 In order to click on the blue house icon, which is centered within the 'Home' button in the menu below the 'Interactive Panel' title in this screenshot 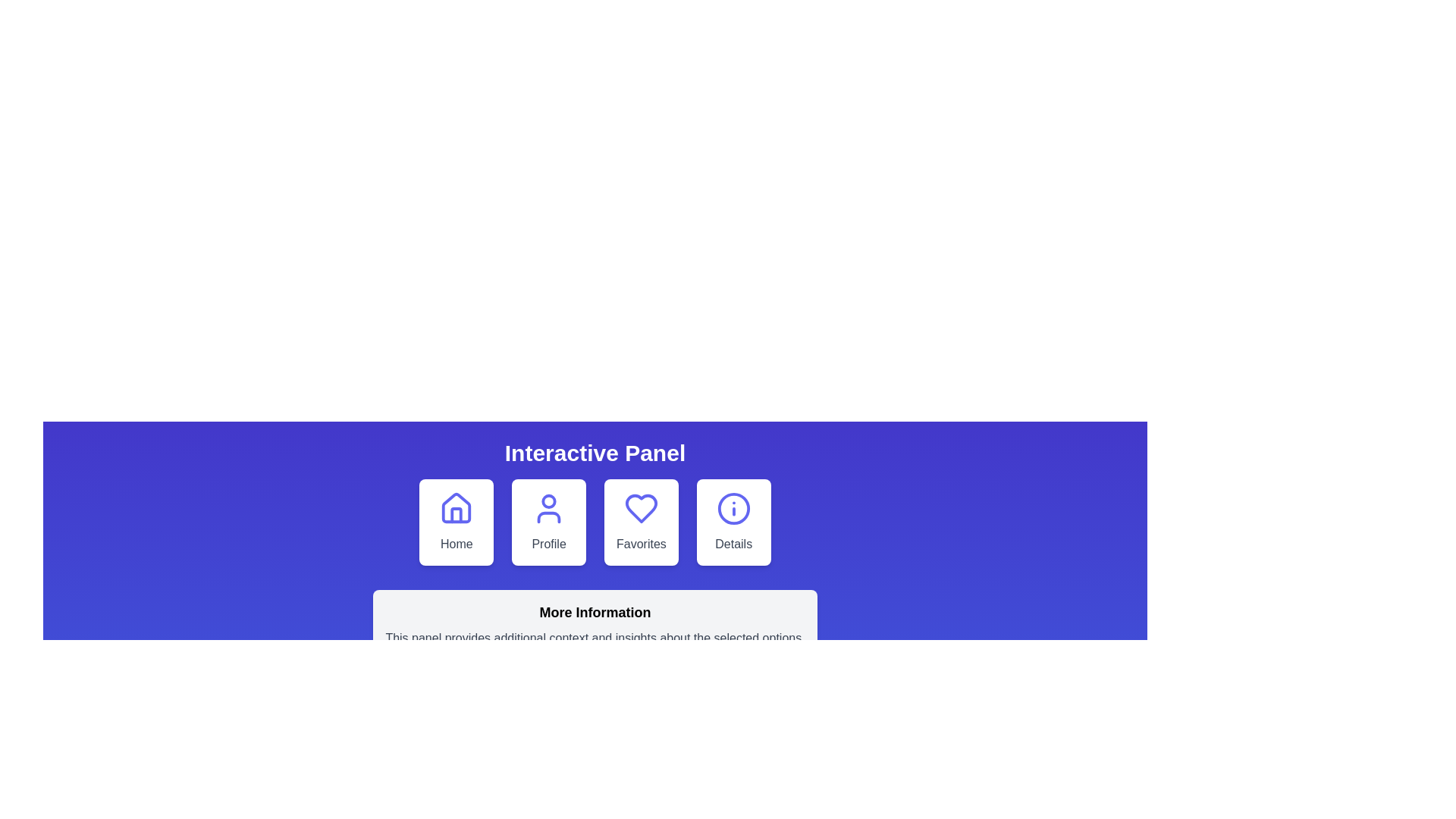, I will do `click(456, 508)`.